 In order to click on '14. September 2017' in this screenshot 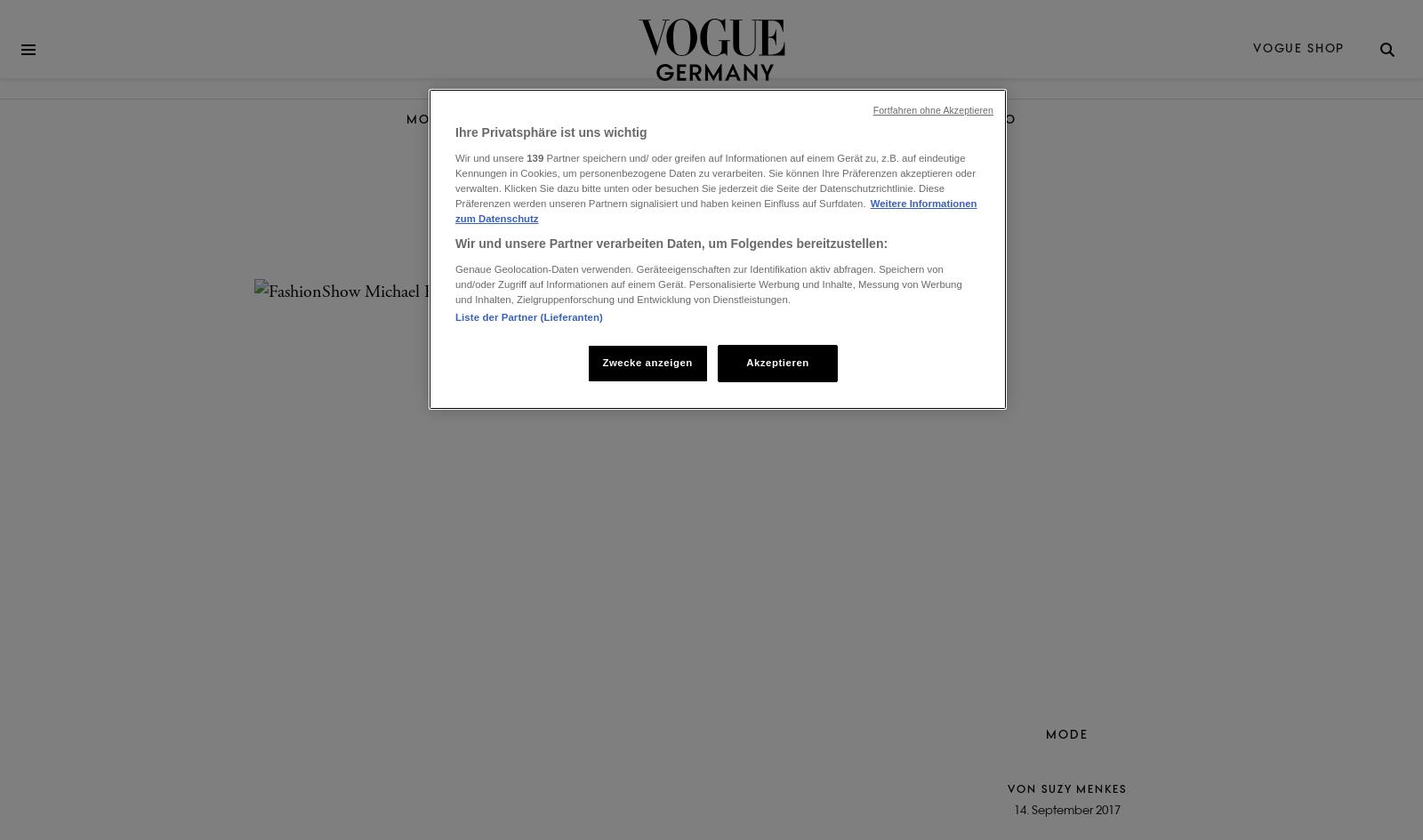, I will do `click(1066, 810)`.